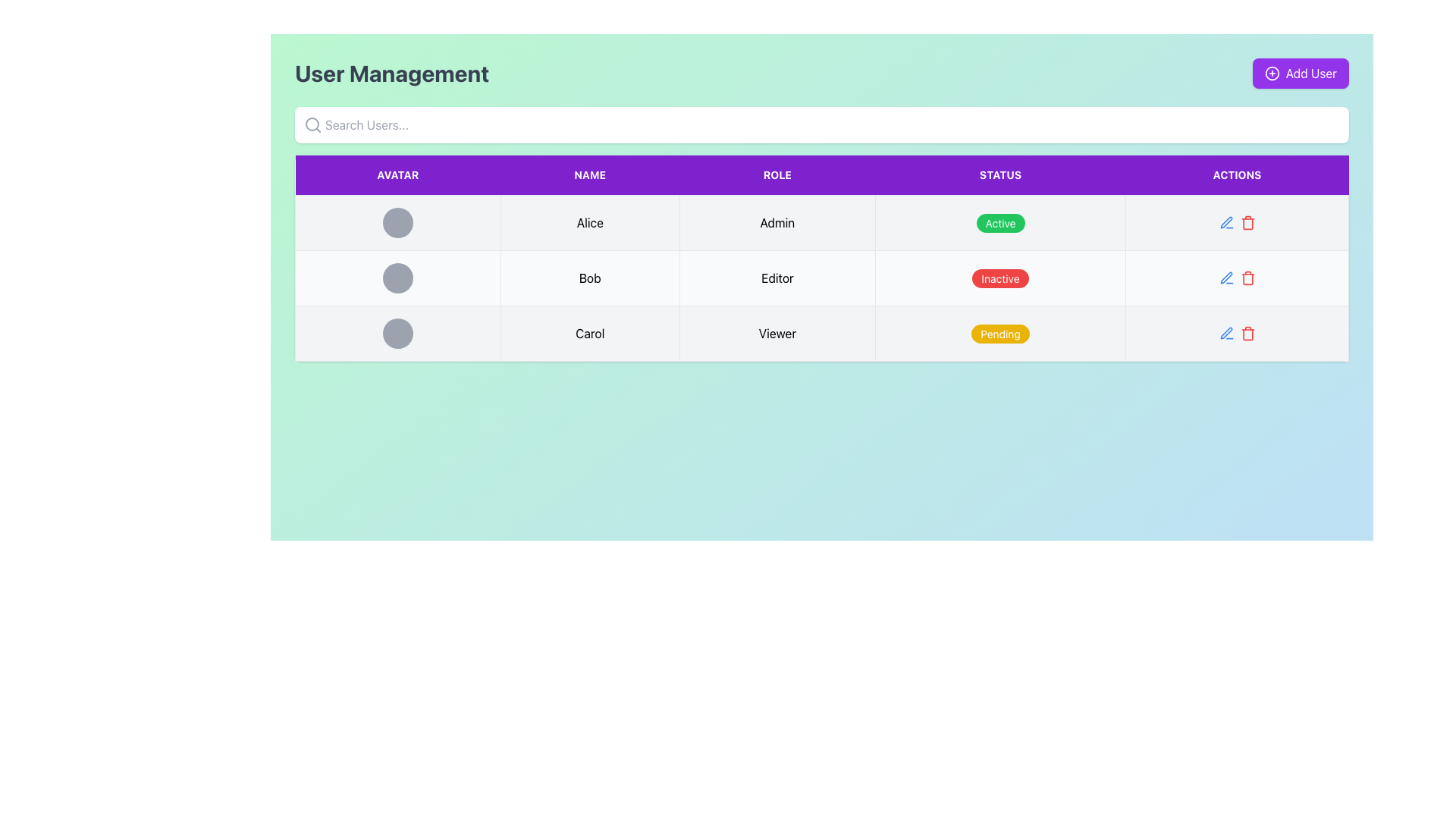 This screenshot has width=1456, height=819. I want to click on the green rounded rectangle Status Indicator labeled 'Active' in the Status column for user 'Alice' (Admin), so click(1000, 223).